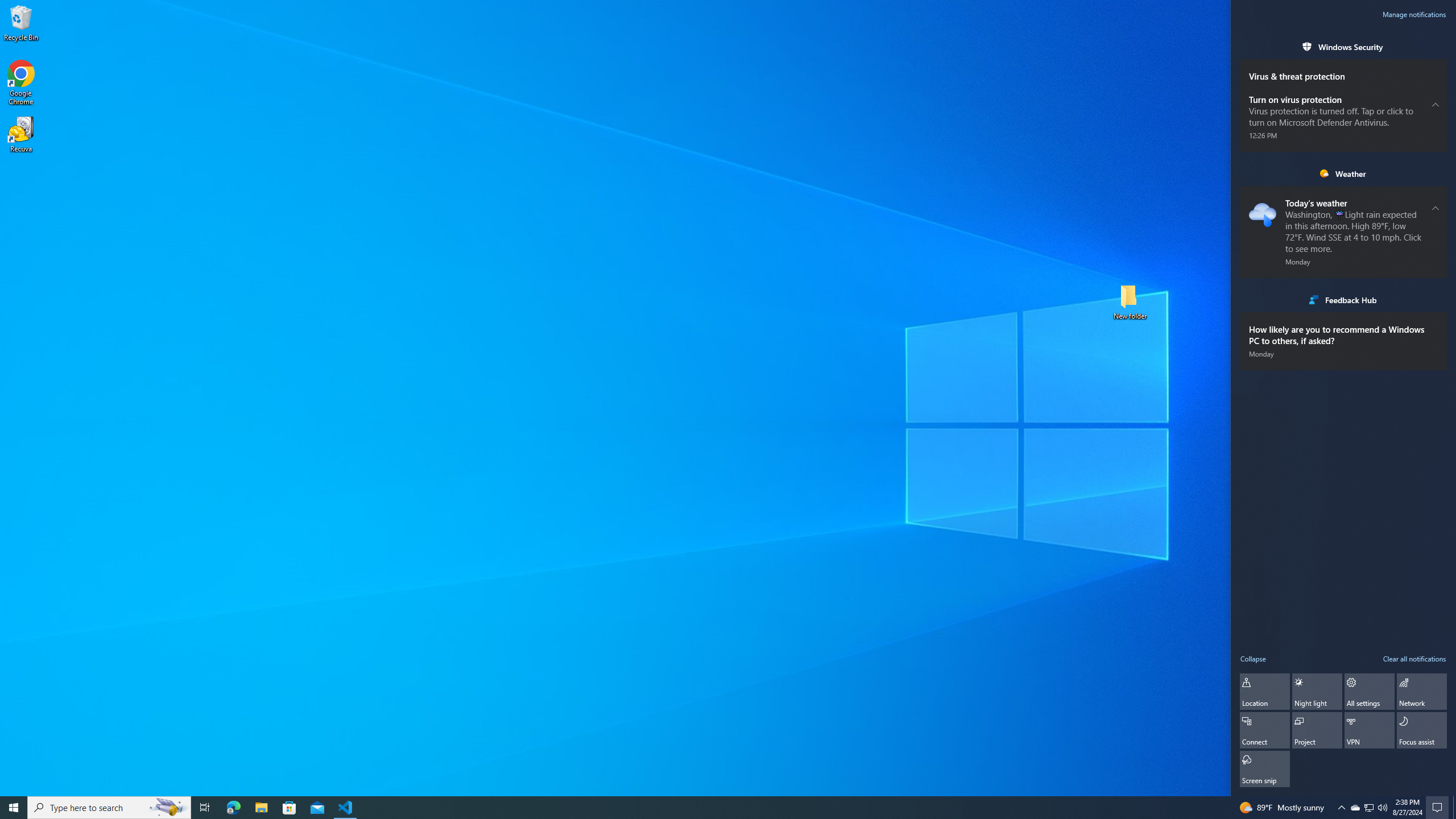  I want to click on 'Task View', so click(204, 806).